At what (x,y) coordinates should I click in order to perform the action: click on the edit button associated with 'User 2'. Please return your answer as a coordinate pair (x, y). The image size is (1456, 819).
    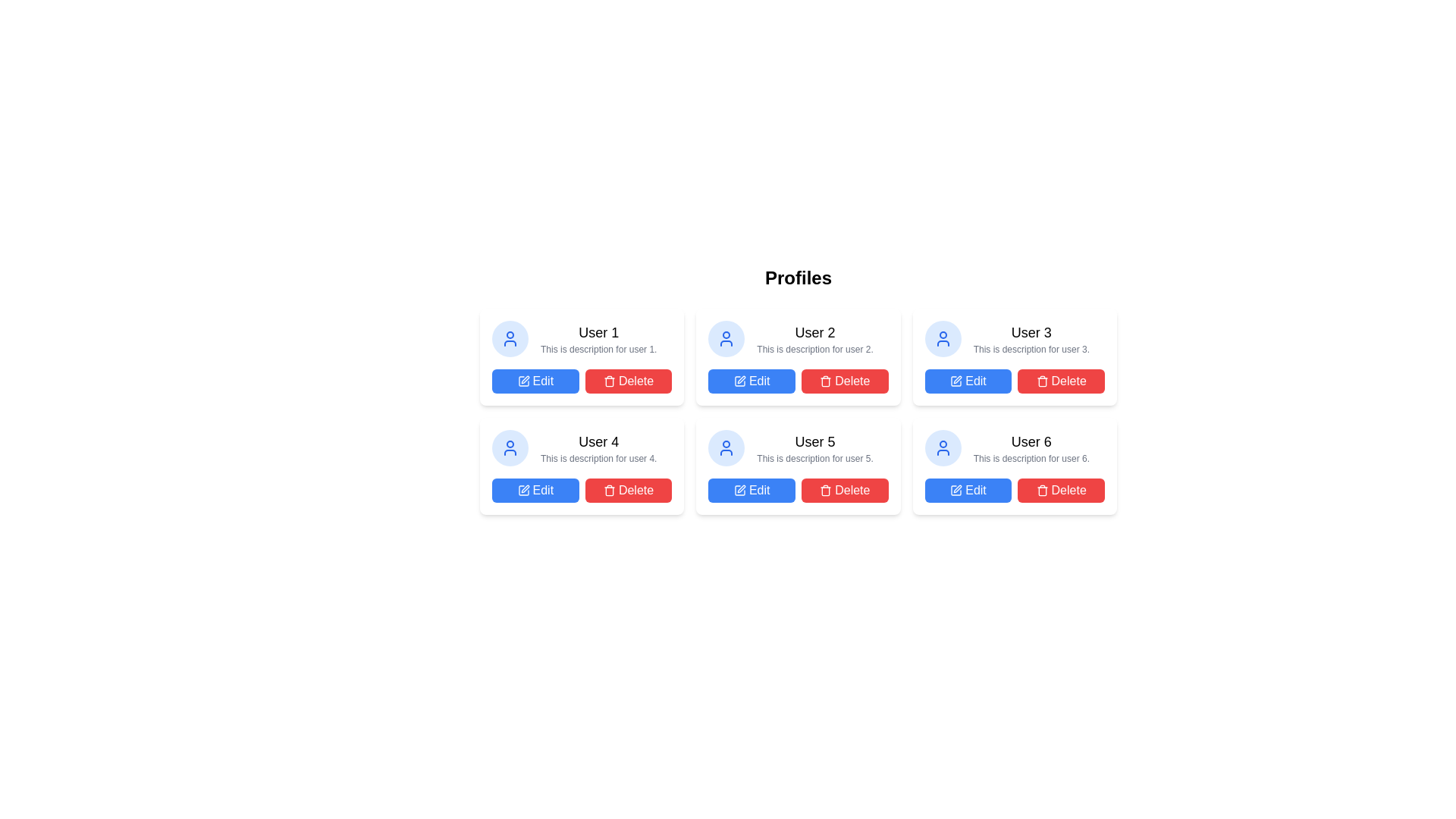
    Looking at the image, I should click on (752, 380).